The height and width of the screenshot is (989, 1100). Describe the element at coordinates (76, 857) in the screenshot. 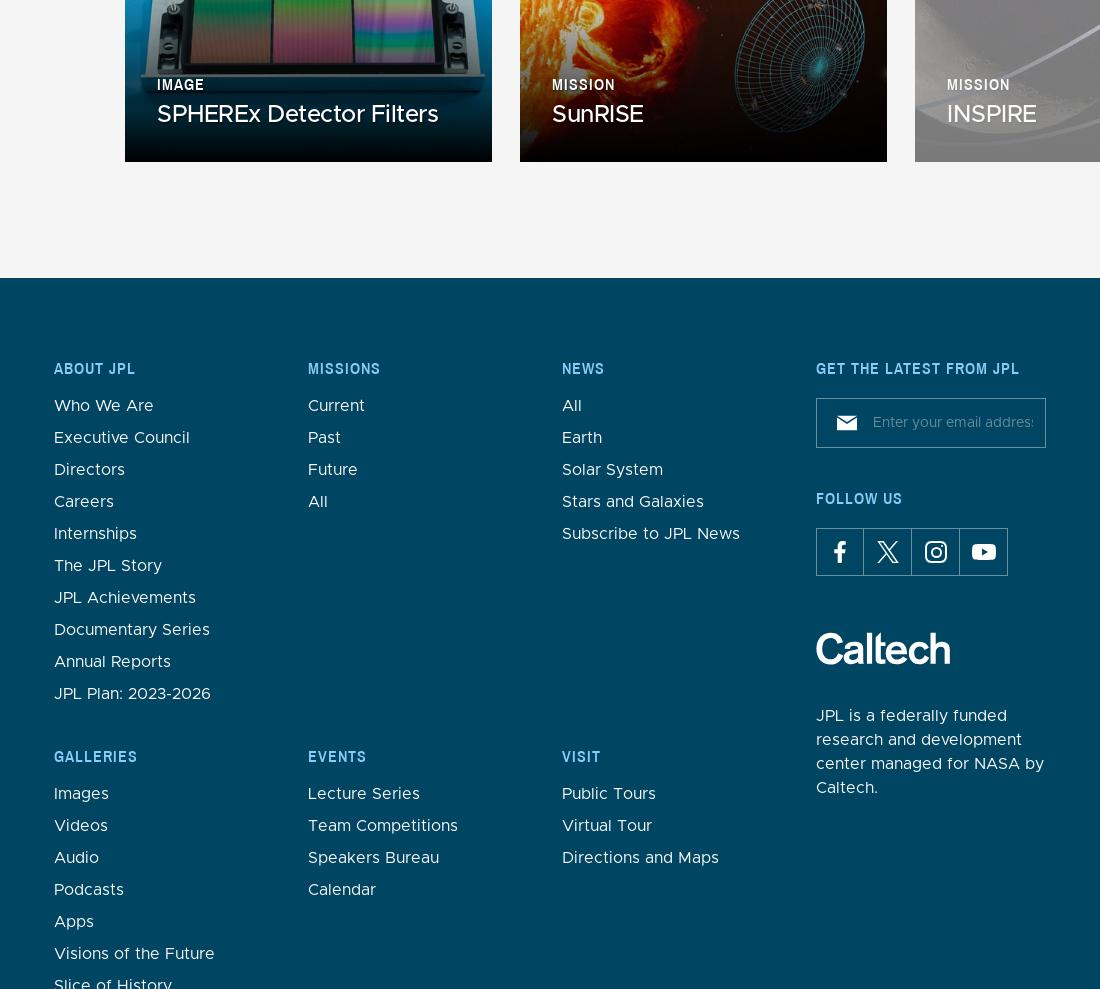

I see `'Audio'` at that location.